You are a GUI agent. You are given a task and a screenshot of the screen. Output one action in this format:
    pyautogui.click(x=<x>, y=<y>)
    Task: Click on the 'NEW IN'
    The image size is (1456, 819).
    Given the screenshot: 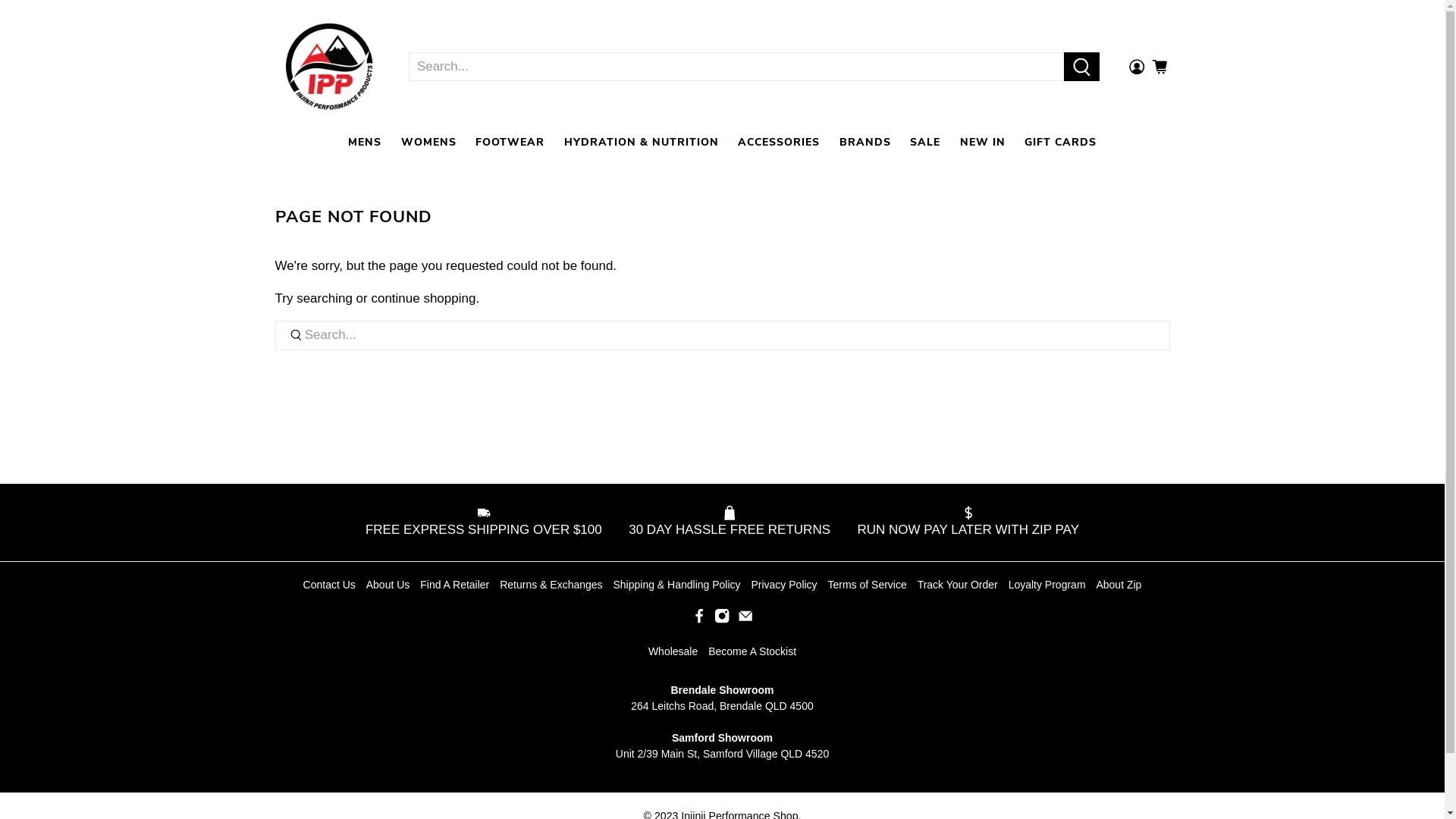 What is the action you would take?
    pyautogui.click(x=949, y=142)
    